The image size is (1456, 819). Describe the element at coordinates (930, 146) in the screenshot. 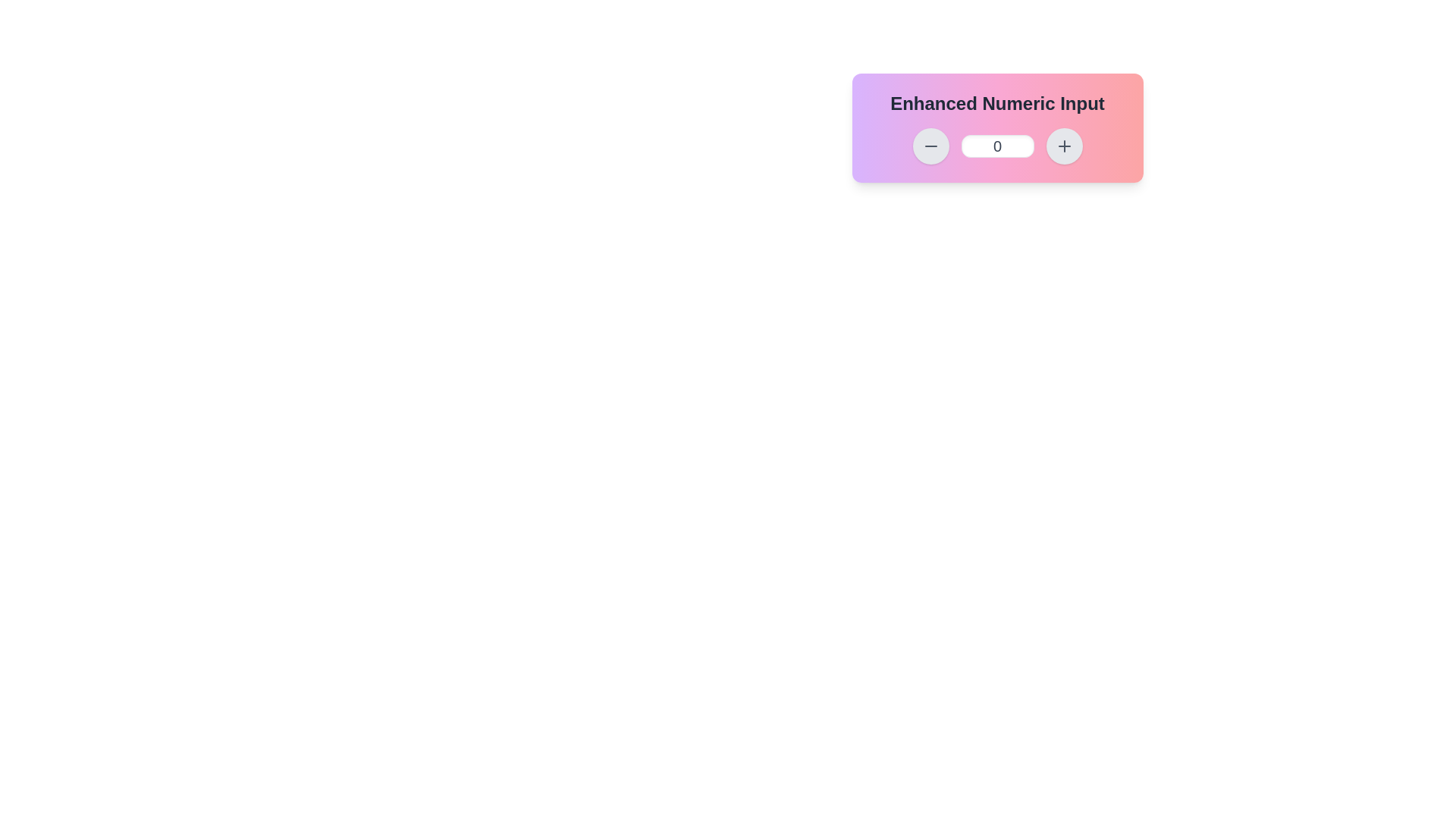

I see `the black minus icon button with a gray background, positioned far left among interactive controls` at that location.